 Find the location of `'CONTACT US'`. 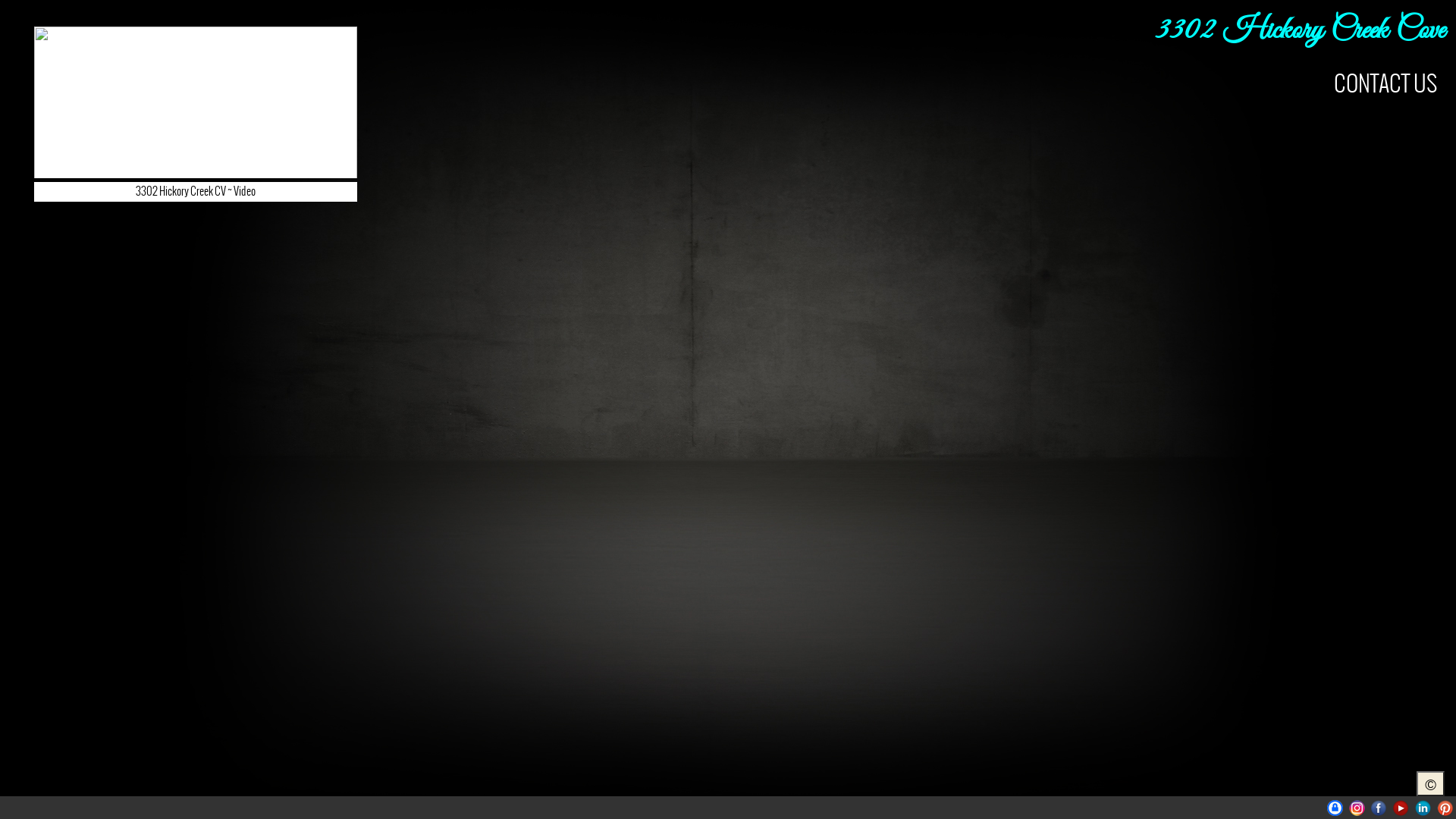

'CONTACT US' is located at coordinates (1385, 83).